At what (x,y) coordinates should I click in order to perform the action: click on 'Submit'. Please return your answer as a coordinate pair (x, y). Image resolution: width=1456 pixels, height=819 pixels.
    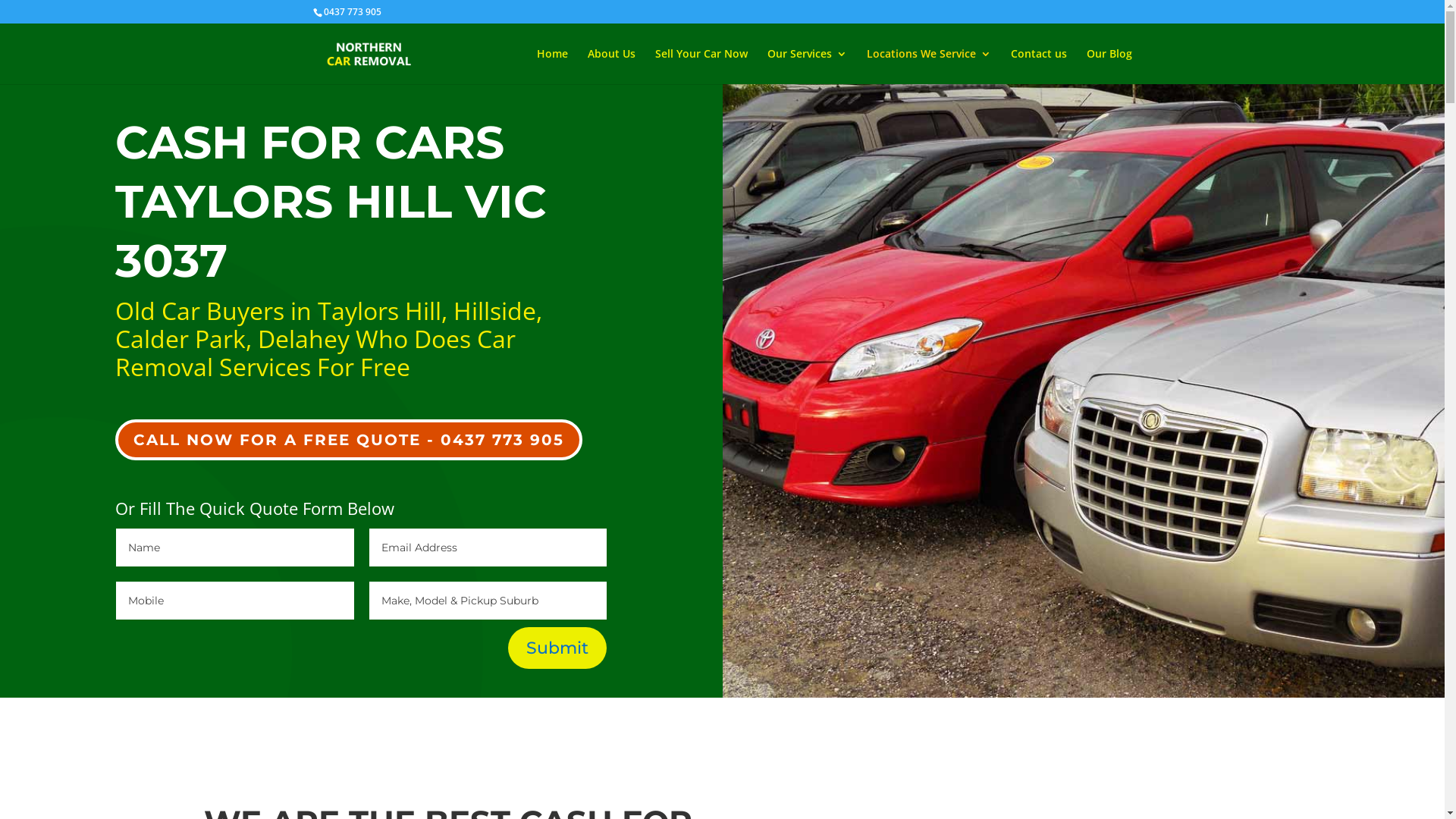
    Looking at the image, I should click on (556, 648).